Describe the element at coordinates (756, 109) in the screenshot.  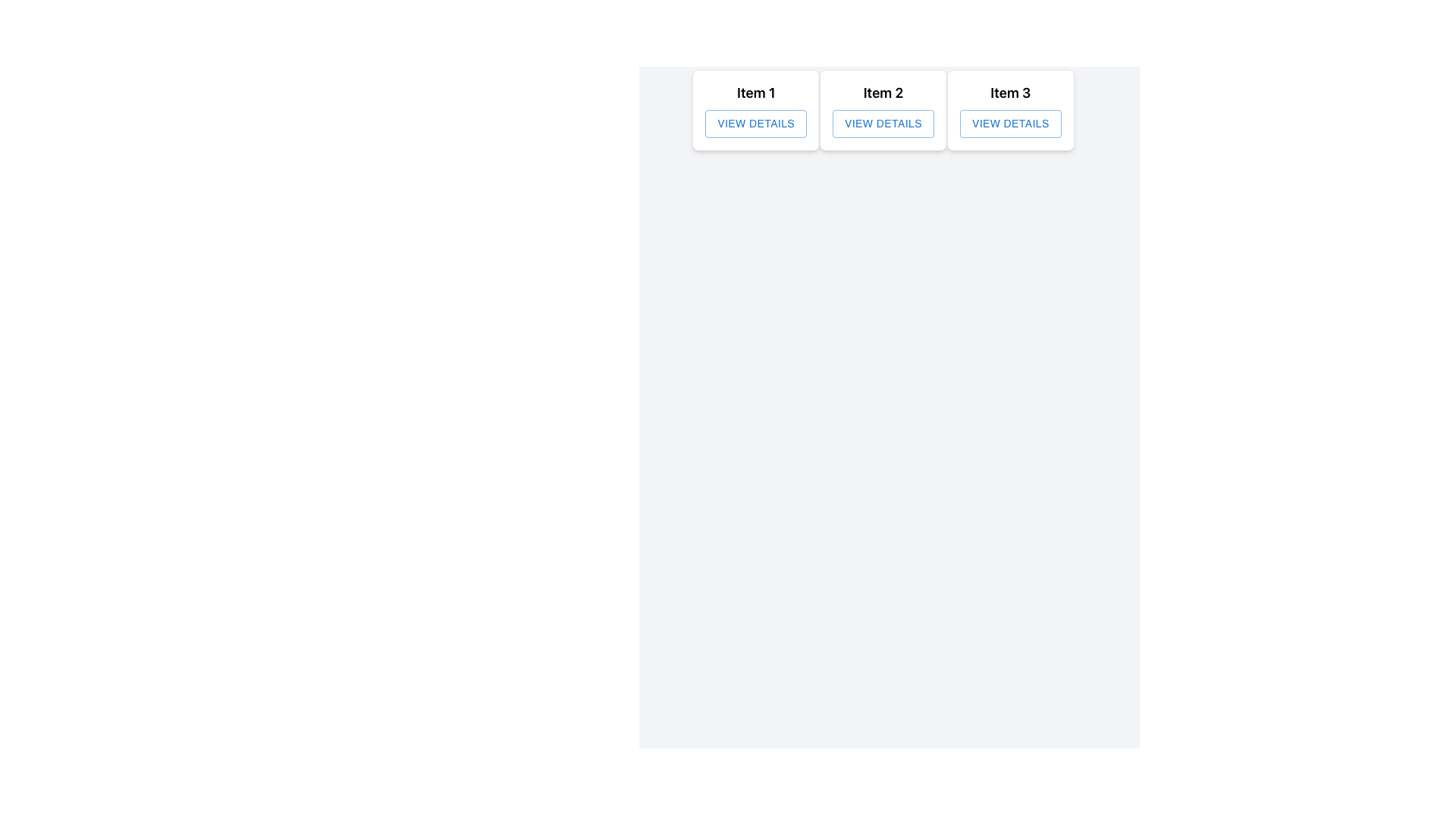
I see `the interactive card titled 'Item 1' with a blue-bordered button labeled 'VIEW DETAILS' positioned at the far left of the grid layout` at that location.